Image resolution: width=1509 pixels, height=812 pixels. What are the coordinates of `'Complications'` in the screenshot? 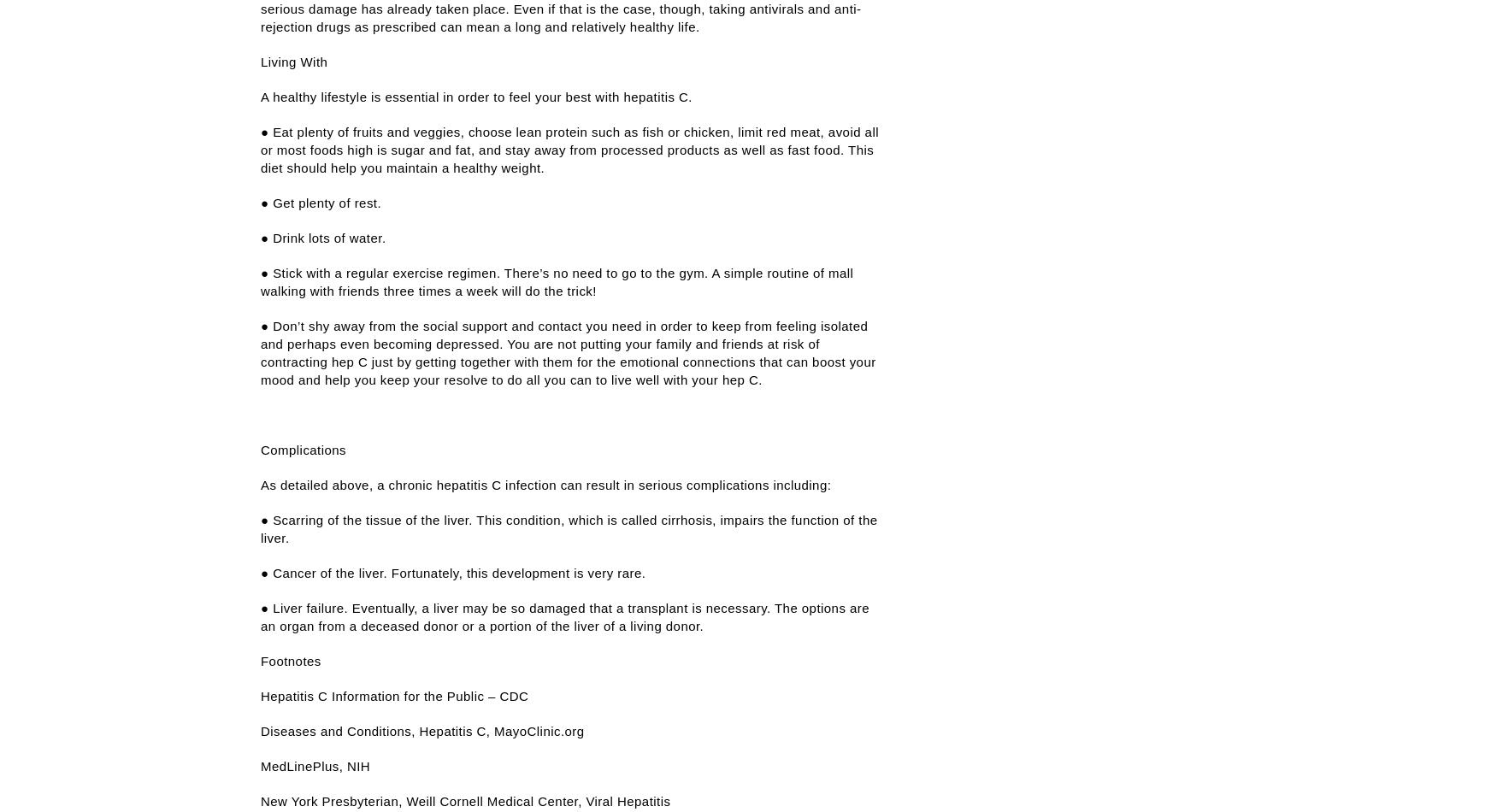 It's located at (259, 450).